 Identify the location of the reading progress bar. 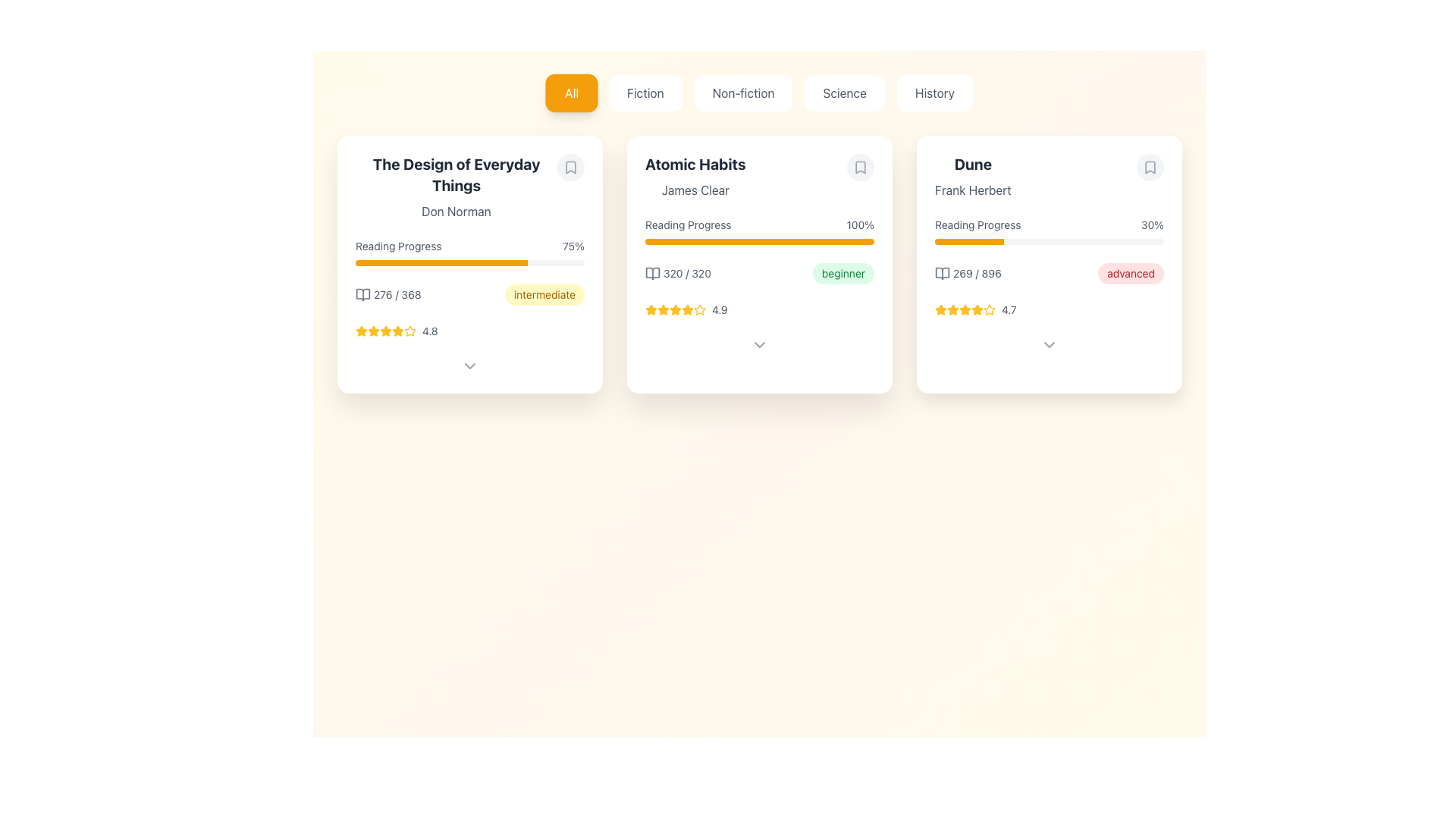
(494, 262).